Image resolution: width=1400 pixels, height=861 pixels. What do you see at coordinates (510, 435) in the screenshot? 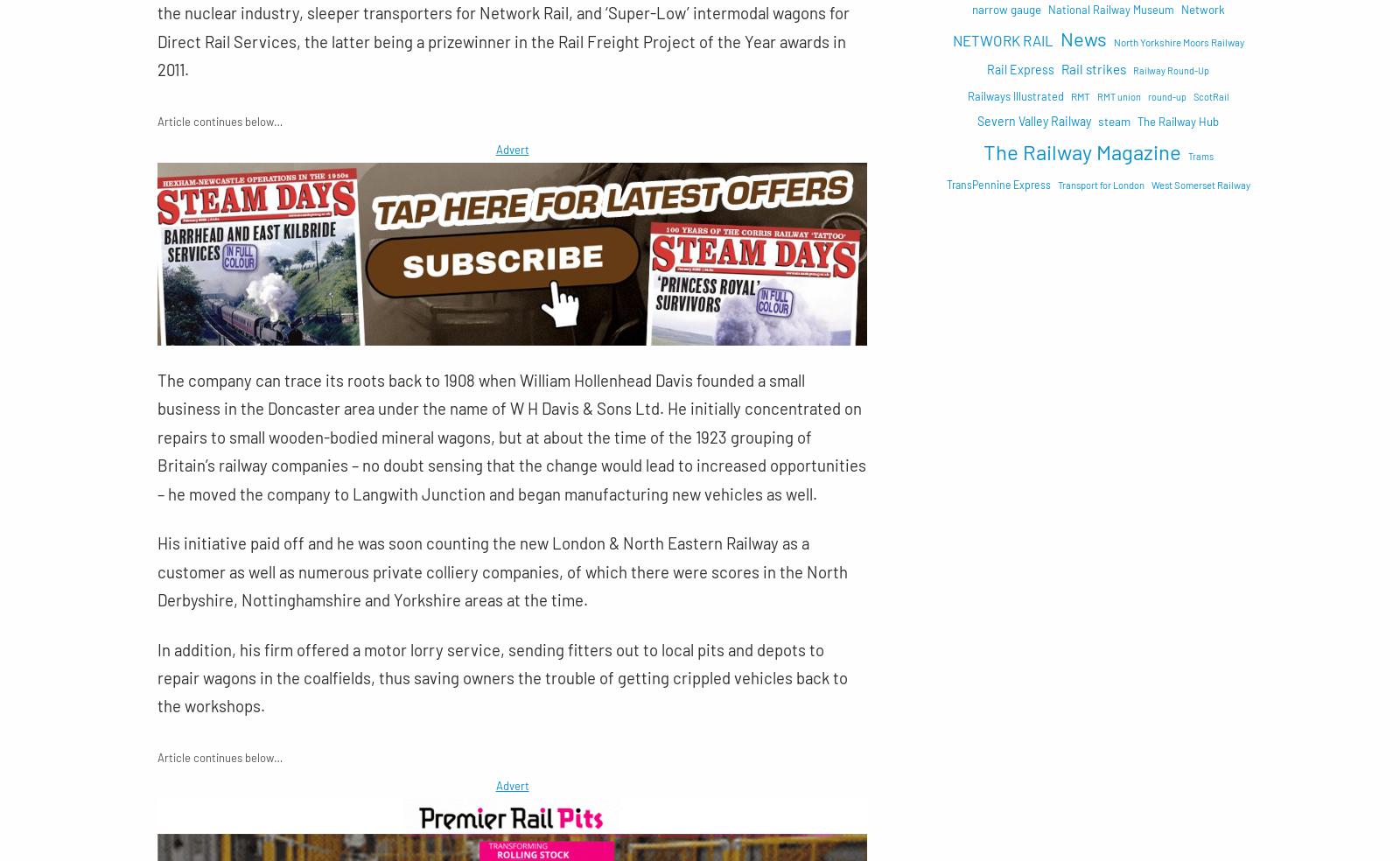
I see `'The company can trace its roots back to 1908 when William Hollenhead Davis founded a small business in the Doncaster area under the name of W H Davis & Sons Ltd. He initially concentrated on repairs to small wooden-bodied mineral wagons, but at about the time of the 1923 grouping of Britain’s railway companies – no doubt sensing that the change would lead to increased opportunities – he moved the company to Langwith Junction and began manufacturing new vehicles as well.'` at bounding box center [510, 435].